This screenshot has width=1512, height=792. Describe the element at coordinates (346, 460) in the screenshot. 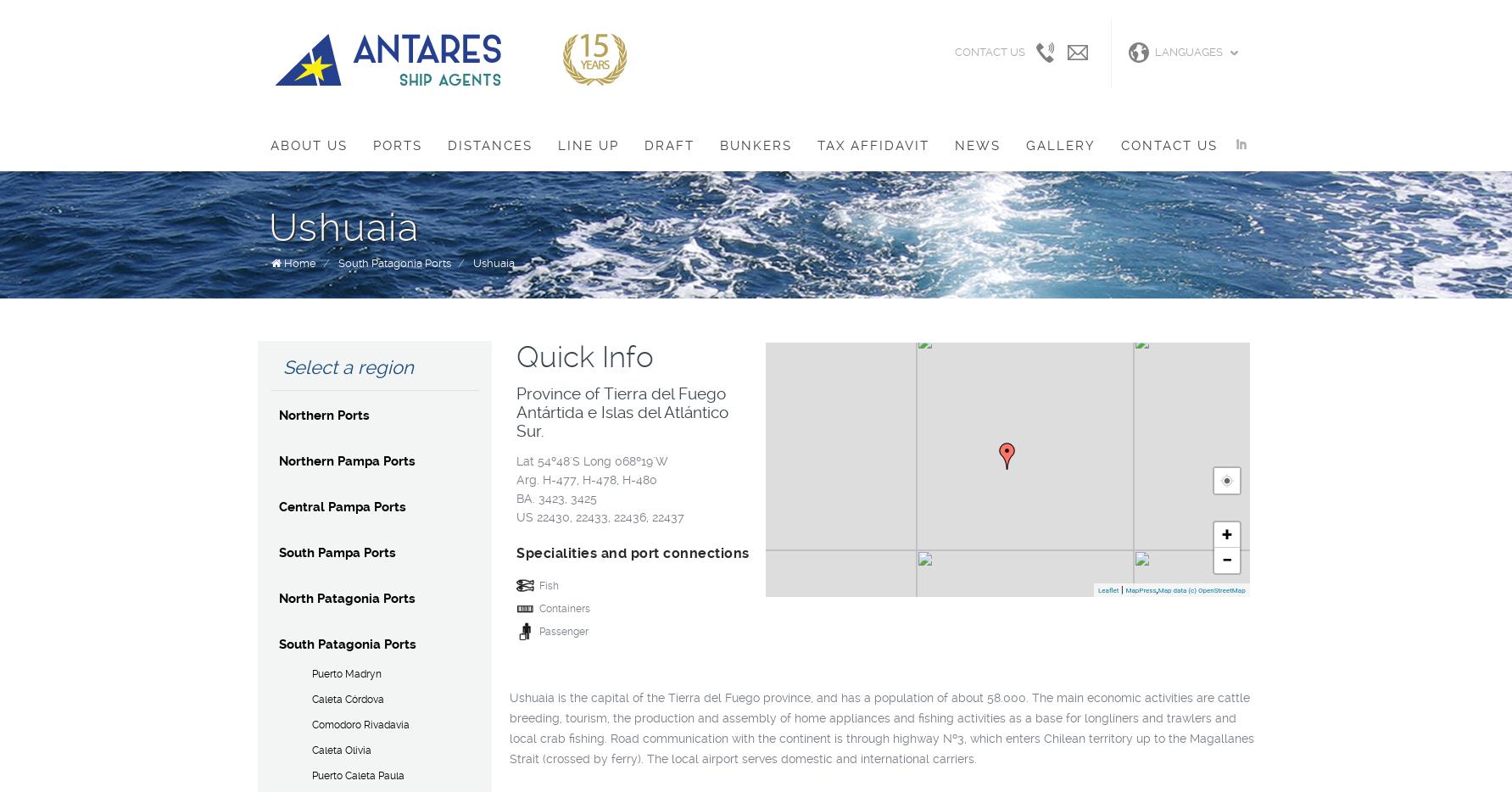

I see `'Northern Pampa Ports'` at that location.